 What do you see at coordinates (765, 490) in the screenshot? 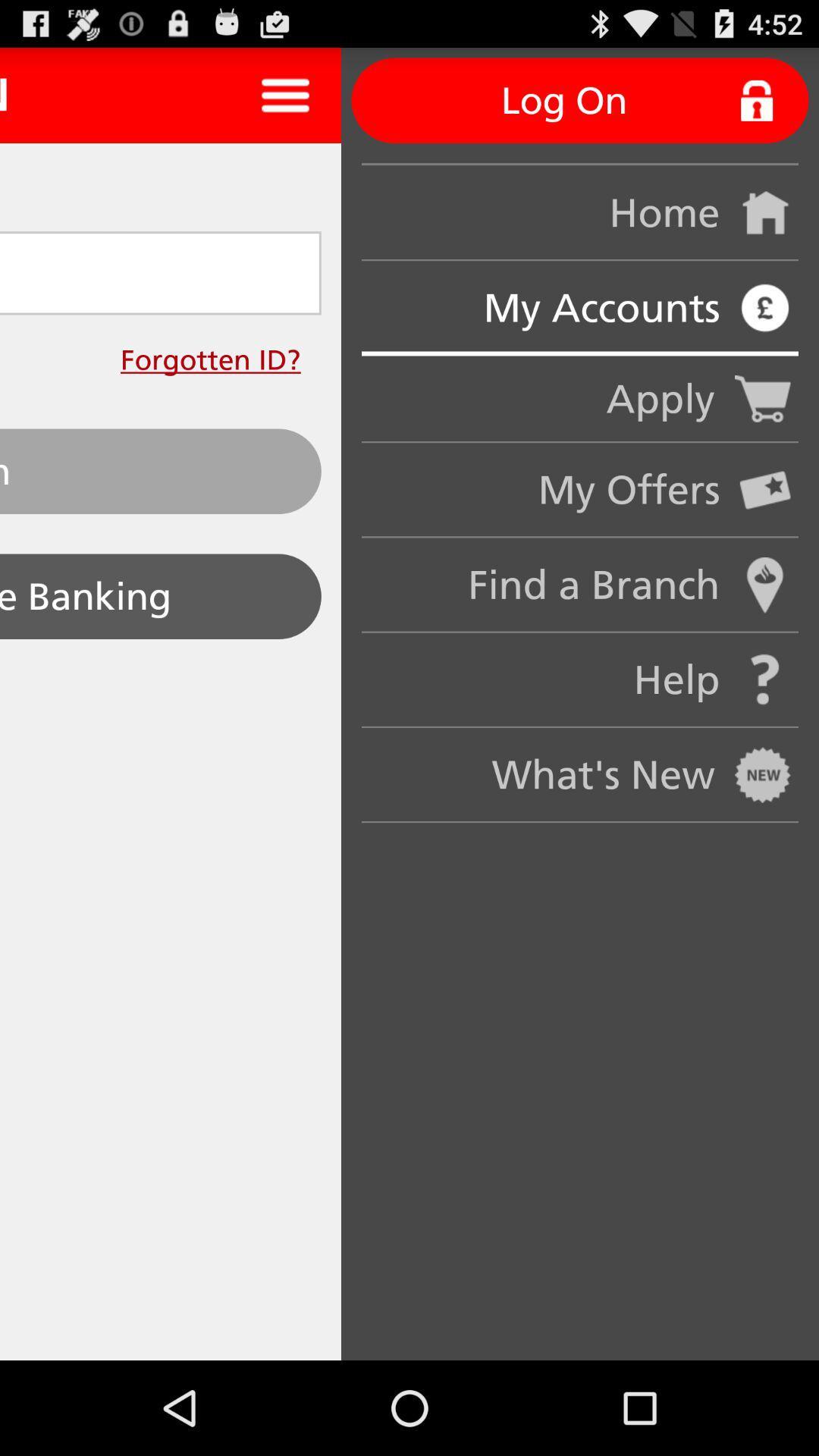
I see `icon on the right side of my offers` at bounding box center [765, 490].